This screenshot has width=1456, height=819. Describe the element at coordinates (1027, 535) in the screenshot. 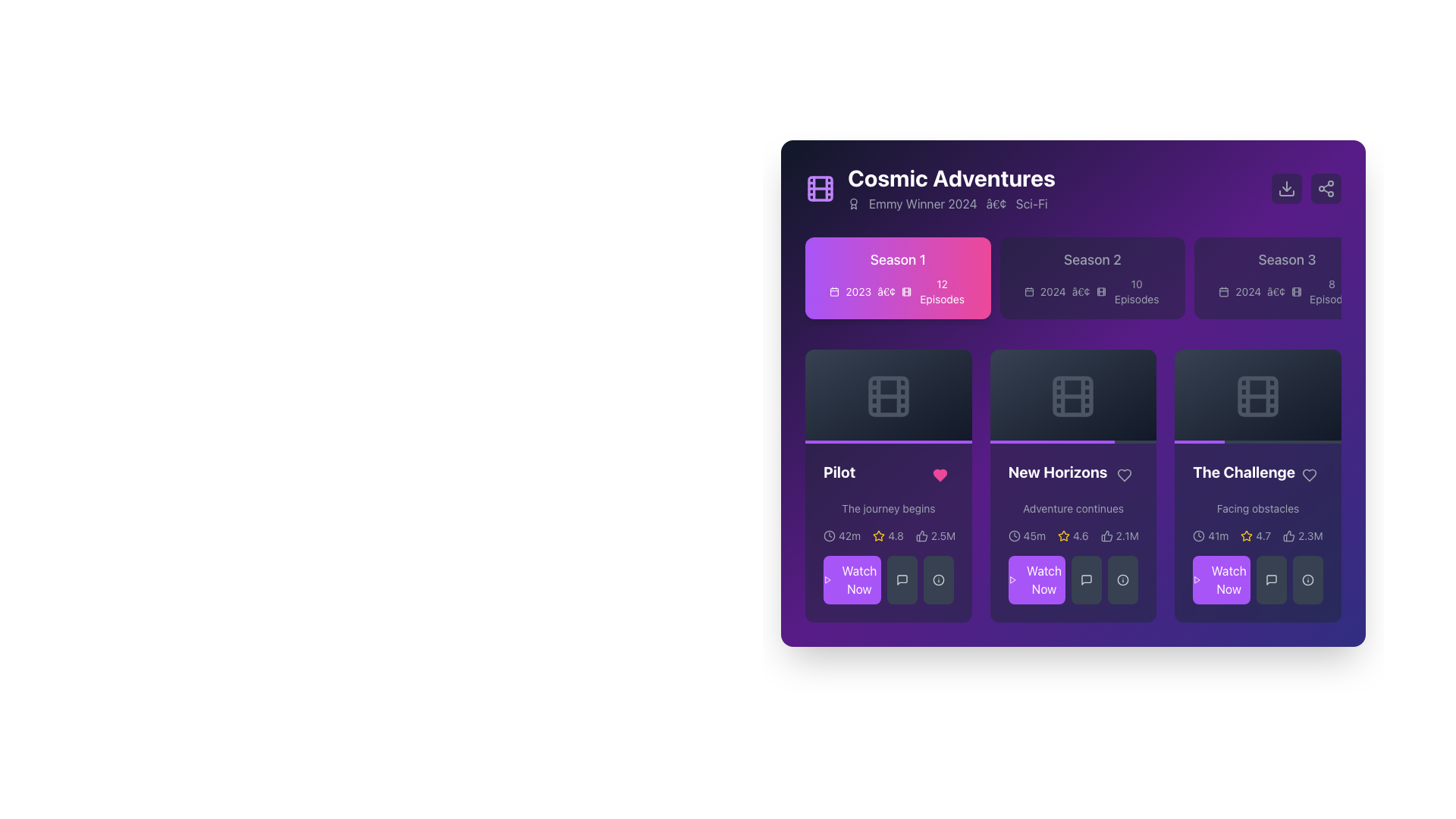

I see `text content of the Duration indicator displaying '45m' with a clock icon, located in the middle card of the 'New Horizons' row` at that location.